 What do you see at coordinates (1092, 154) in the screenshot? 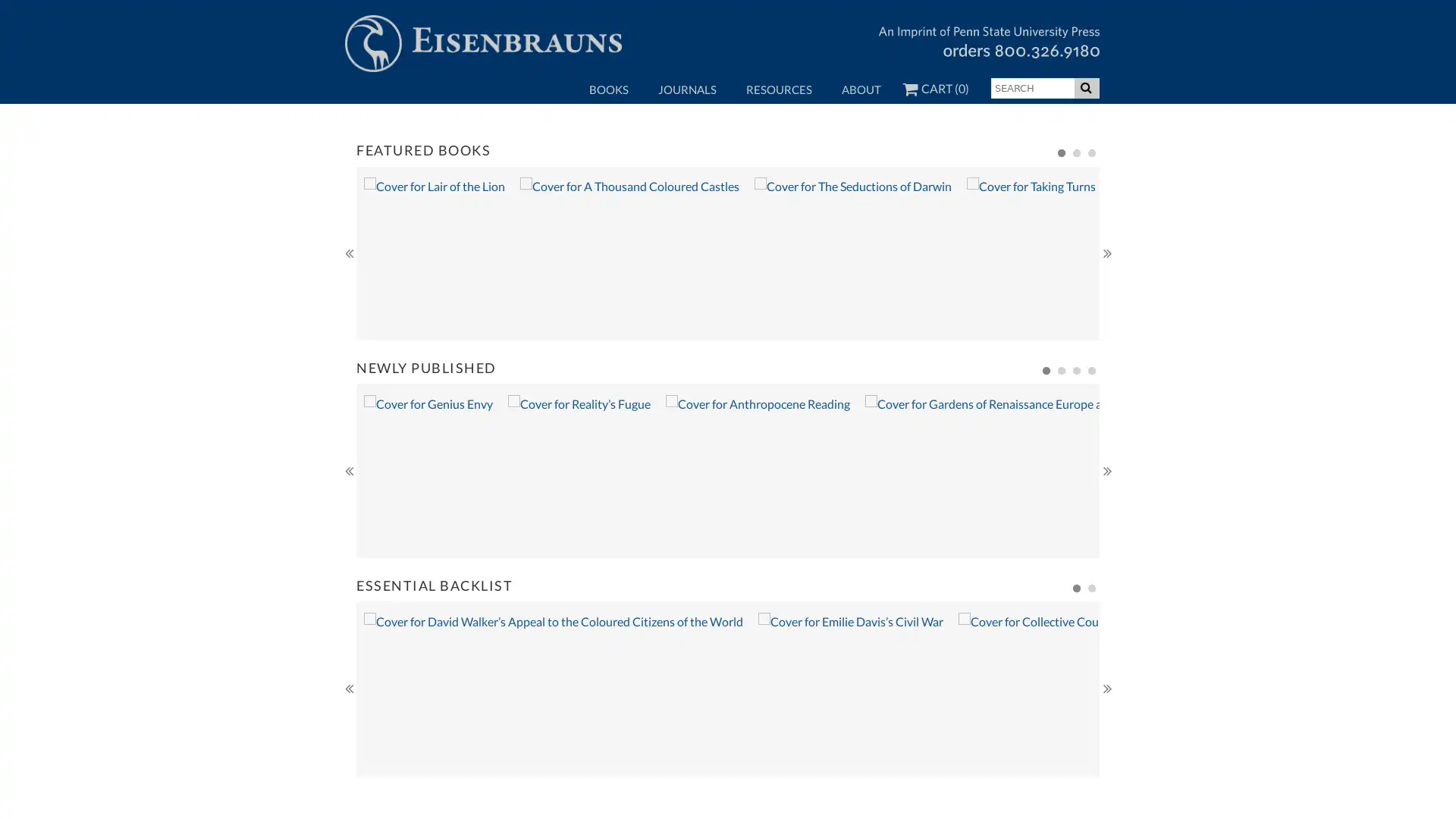
I see `3` at bounding box center [1092, 154].